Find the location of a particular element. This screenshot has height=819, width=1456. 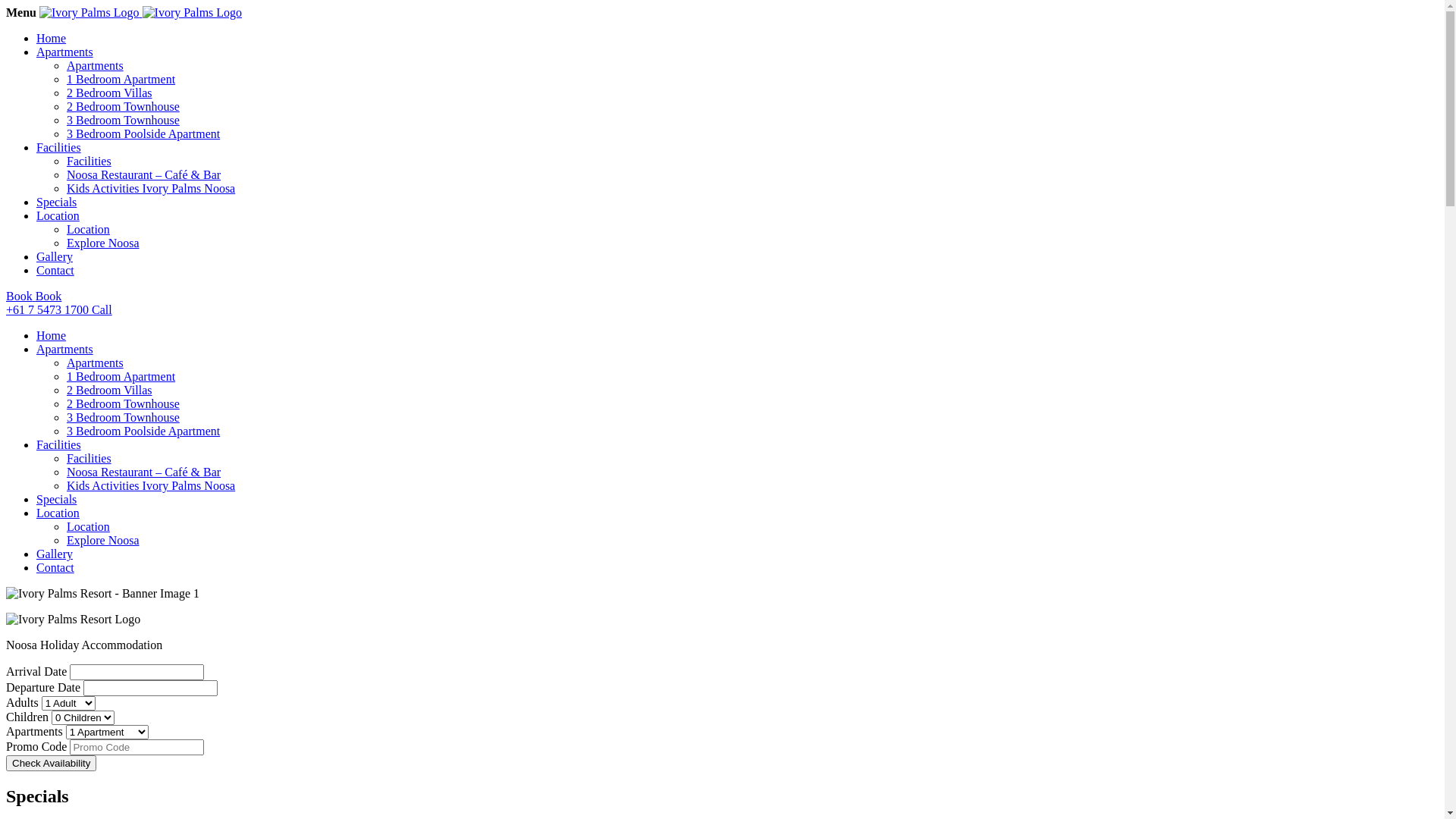

'Facilities' is located at coordinates (58, 147).